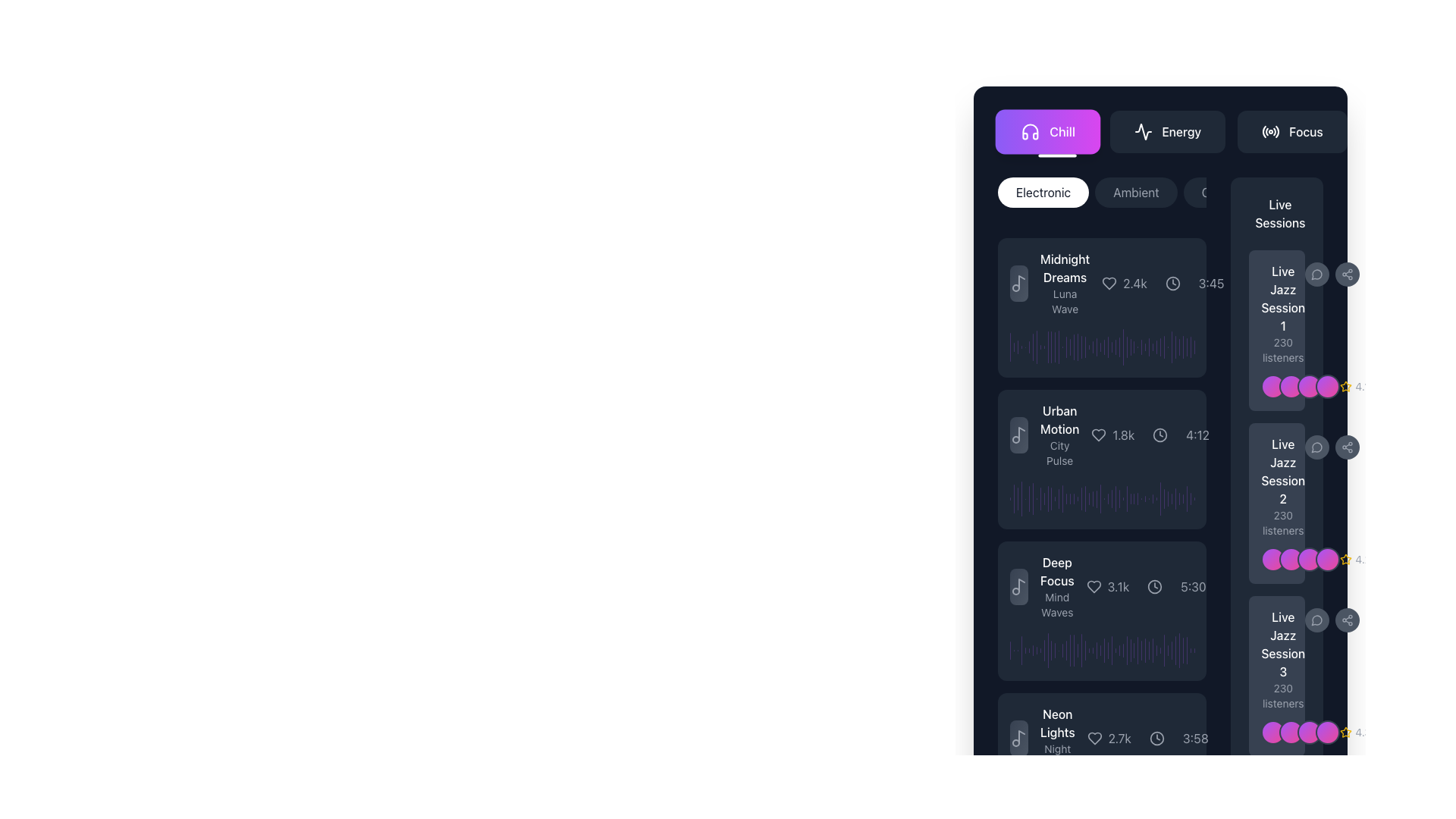 The width and height of the screenshot is (1456, 819). What do you see at coordinates (1291, 731) in the screenshot?
I see `the second avatar icon in the group of circular icons near the right side of the interface, representing a participant in the 'Live Jazz Session'` at bounding box center [1291, 731].